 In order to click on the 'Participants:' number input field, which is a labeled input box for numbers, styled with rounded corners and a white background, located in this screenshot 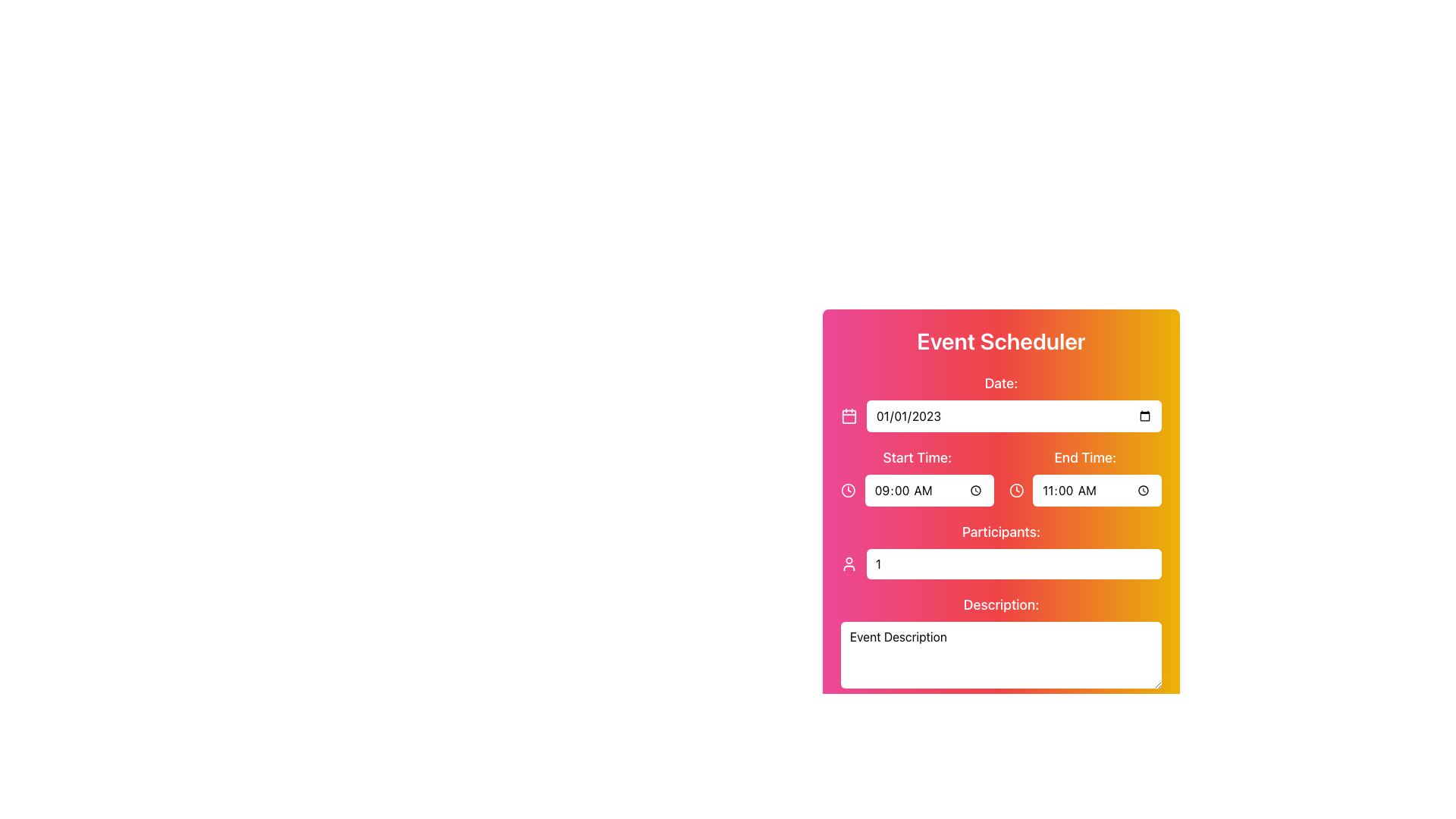, I will do `click(1001, 550)`.